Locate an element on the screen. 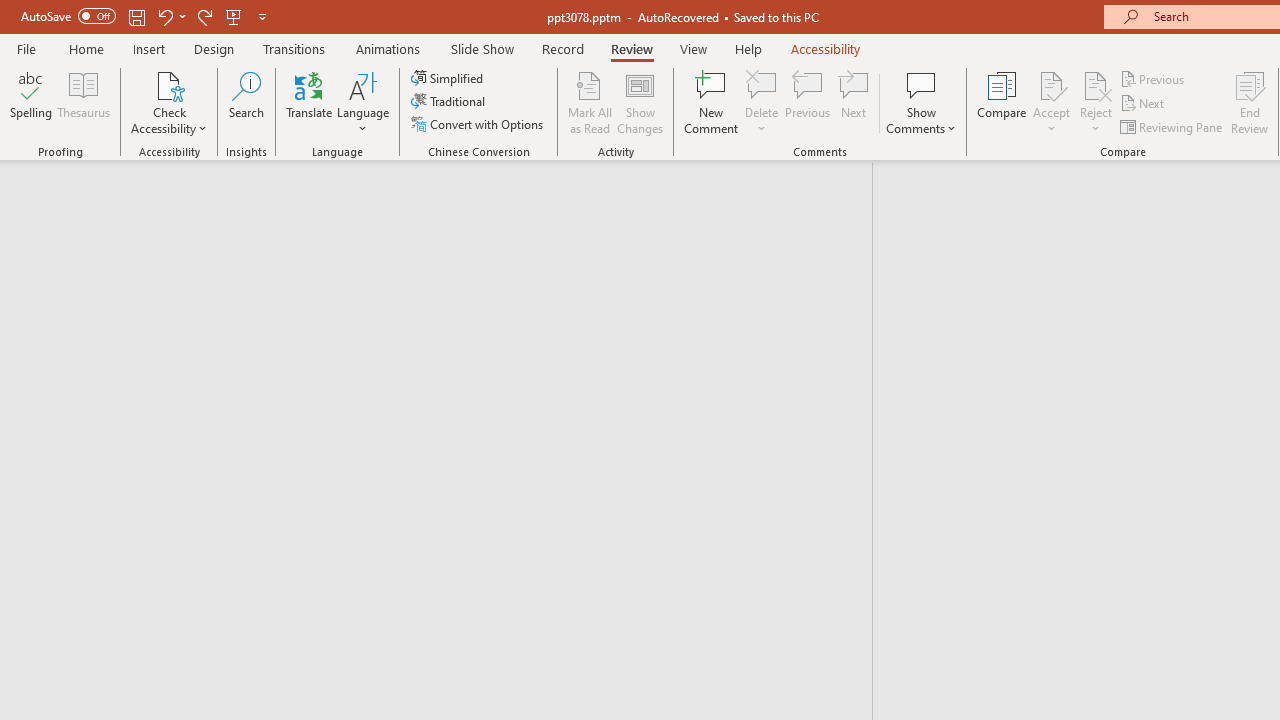 This screenshot has width=1280, height=720. 'End Review' is located at coordinates (1248, 103).